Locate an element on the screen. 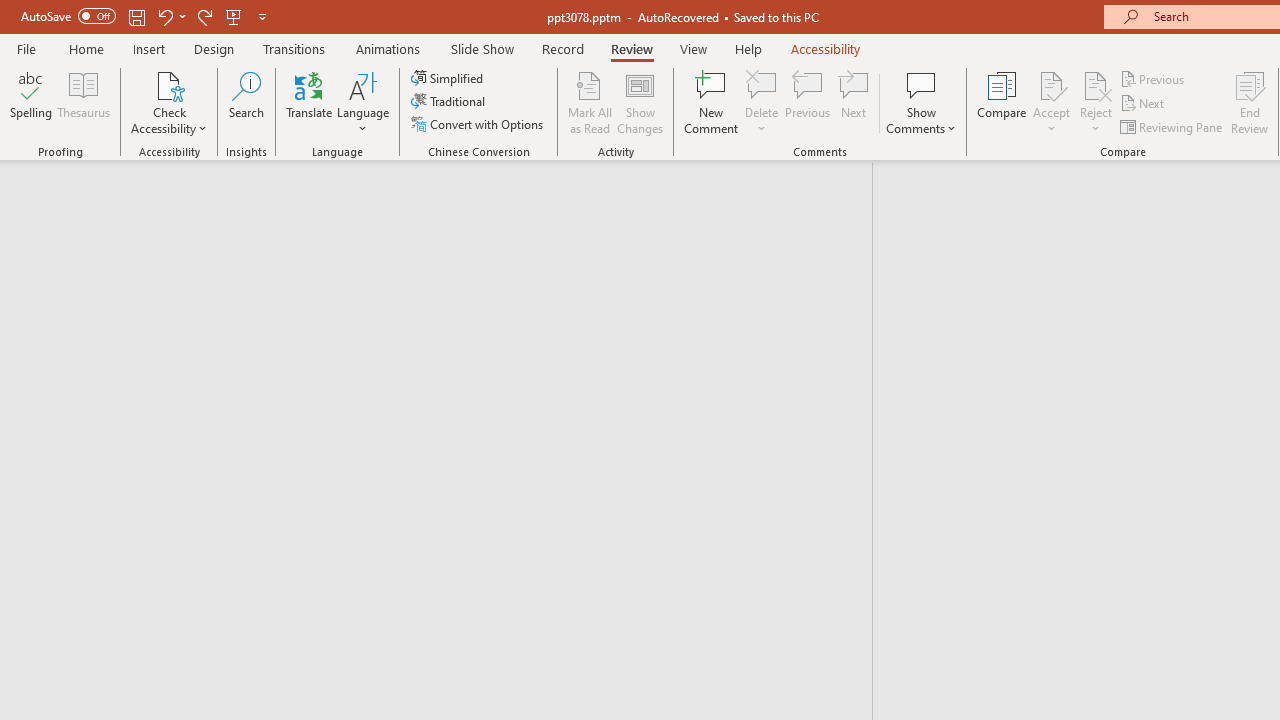 This screenshot has width=1280, height=720. 'End Review' is located at coordinates (1248, 103).